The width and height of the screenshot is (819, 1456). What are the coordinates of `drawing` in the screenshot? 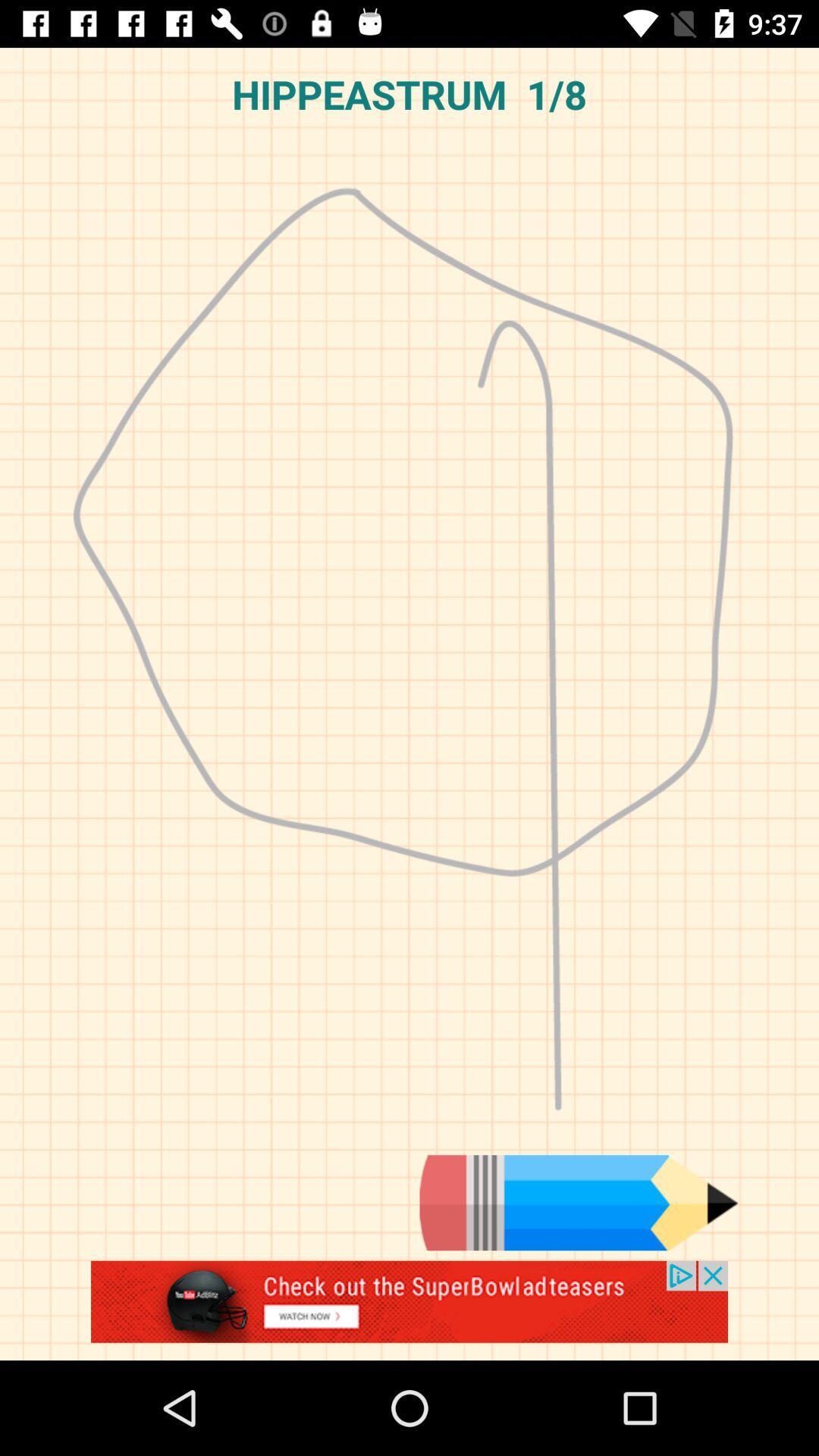 It's located at (409, 1310).